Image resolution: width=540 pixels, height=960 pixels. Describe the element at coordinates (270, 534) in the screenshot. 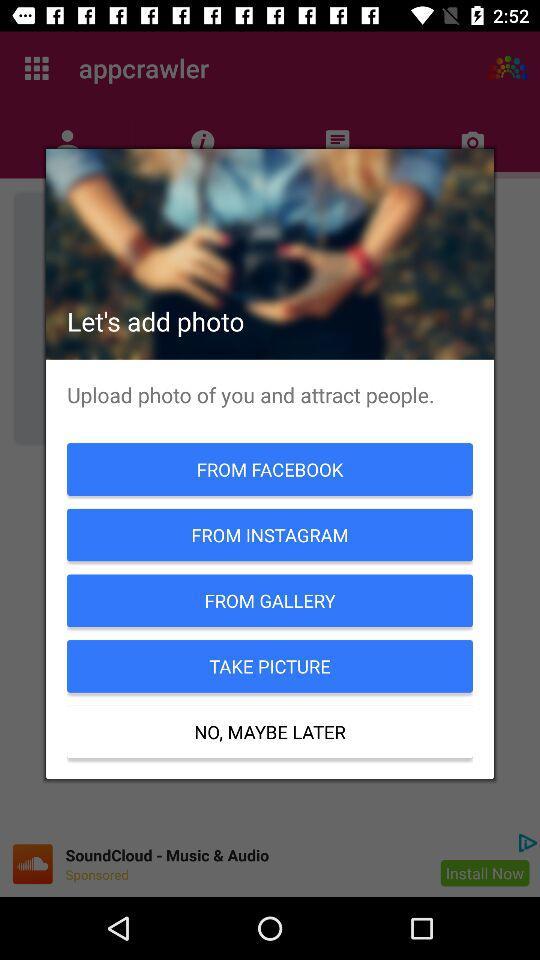

I see `the icon above the from gallery item` at that location.